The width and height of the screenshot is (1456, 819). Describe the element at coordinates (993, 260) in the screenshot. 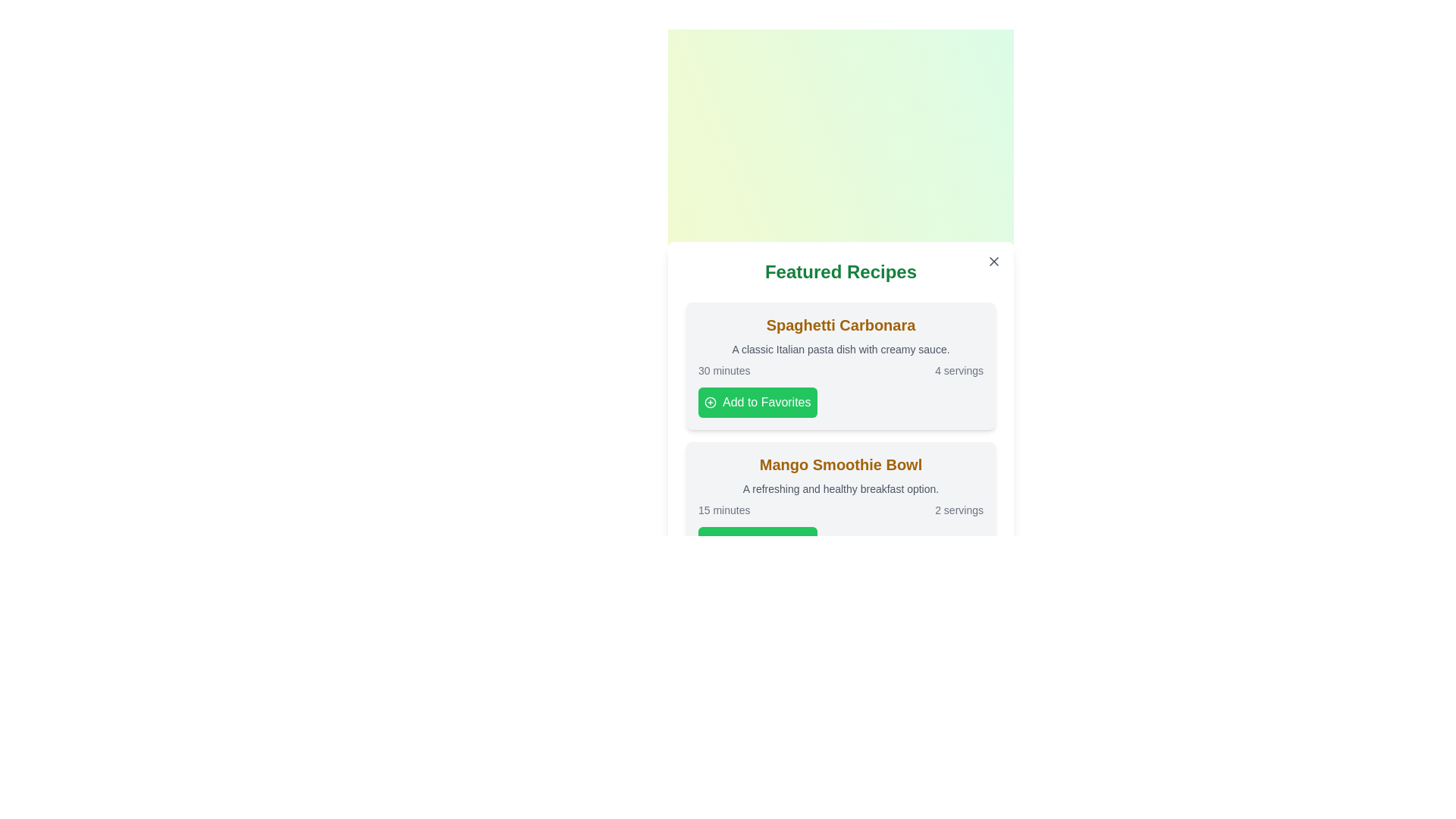

I see `the diagonal line segment of the 'X' shape that represents the close icon within the 'Featured Recipes' card` at that location.